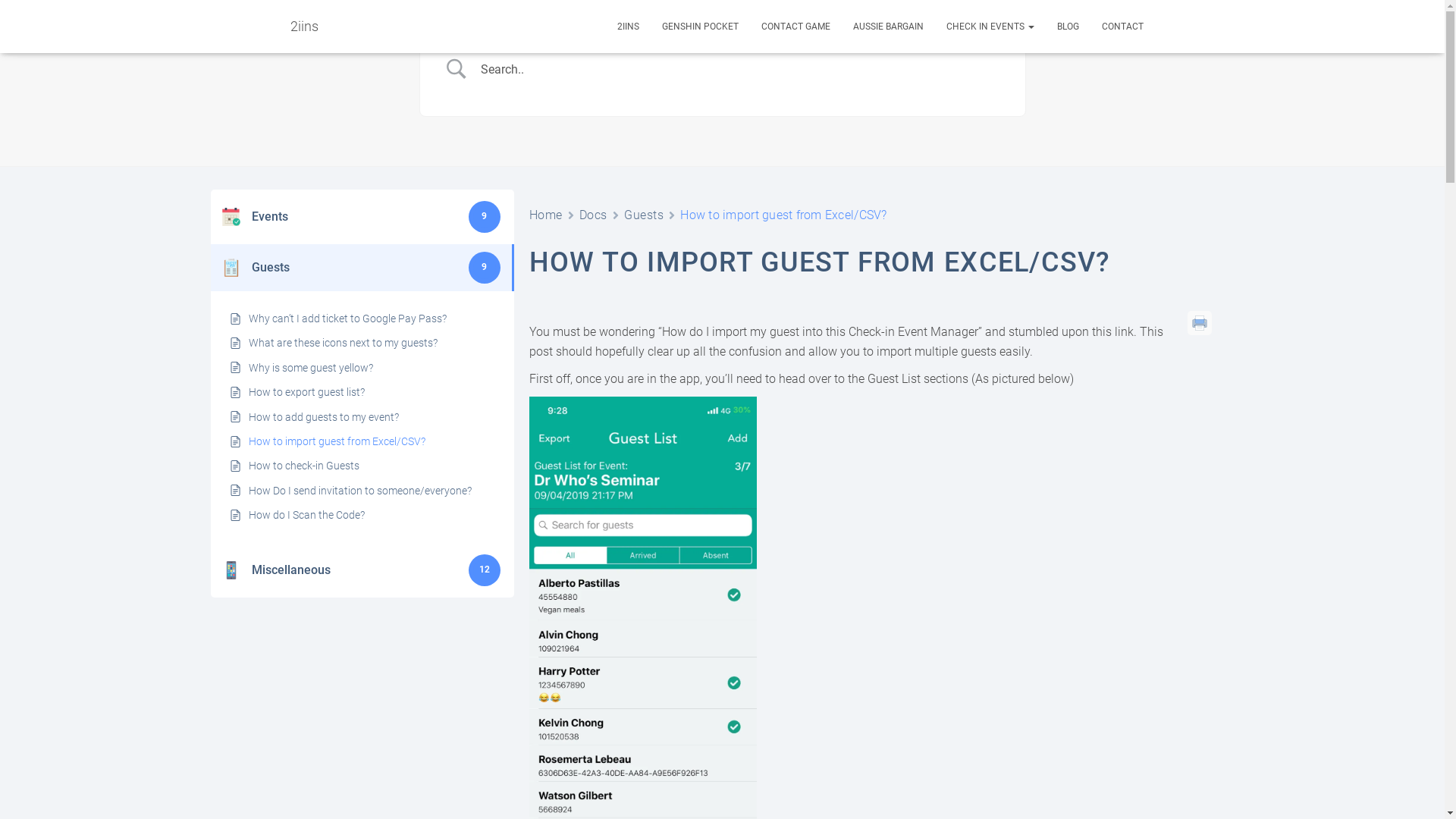 This screenshot has height=819, width=1456. What do you see at coordinates (1122, 26) in the screenshot?
I see `'CONTACT'` at bounding box center [1122, 26].